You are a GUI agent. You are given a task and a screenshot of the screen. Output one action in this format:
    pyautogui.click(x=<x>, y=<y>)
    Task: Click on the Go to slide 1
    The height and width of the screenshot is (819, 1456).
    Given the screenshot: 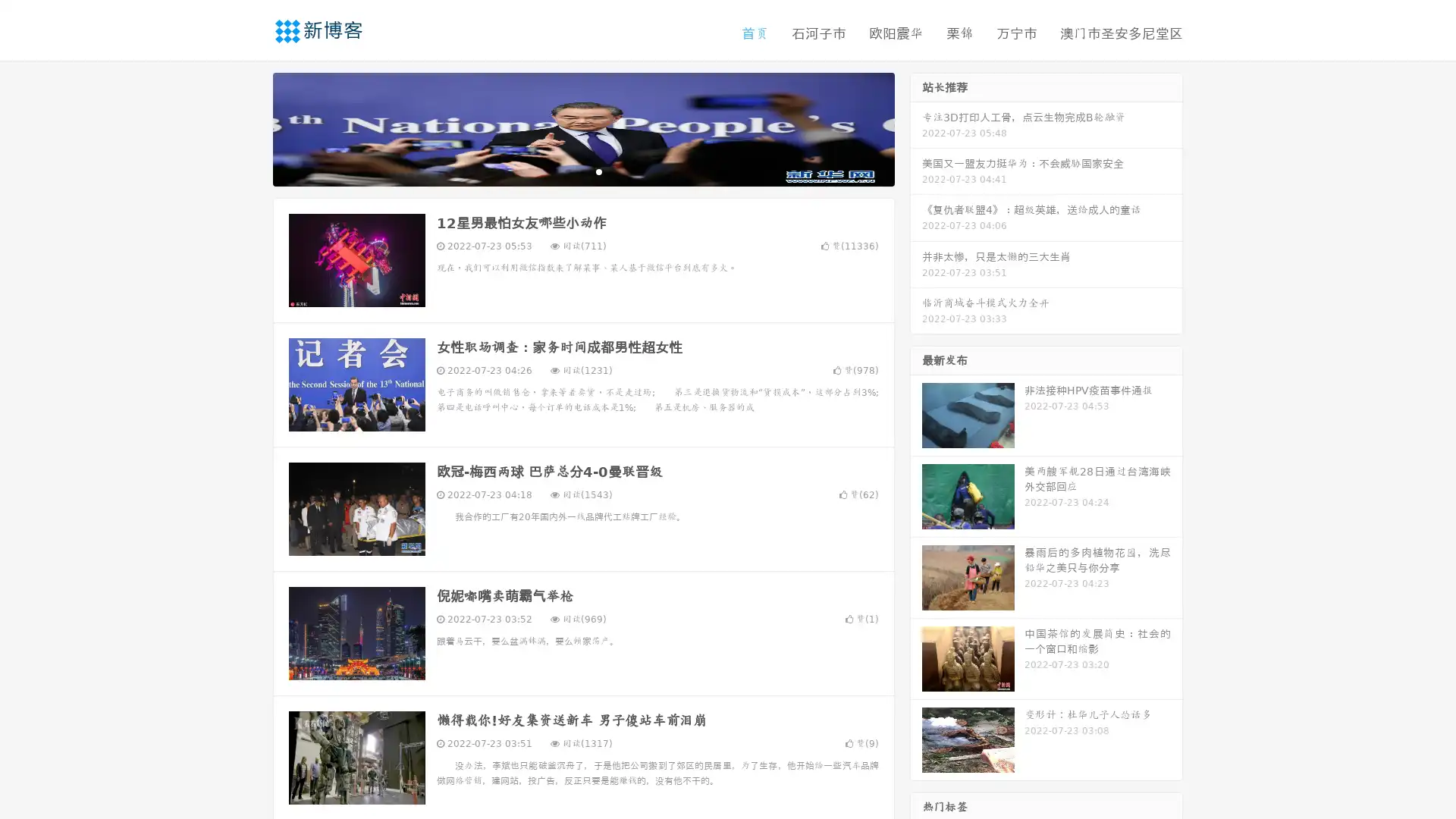 What is the action you would take?
    pyautogui.click(x=567, y=171)
    